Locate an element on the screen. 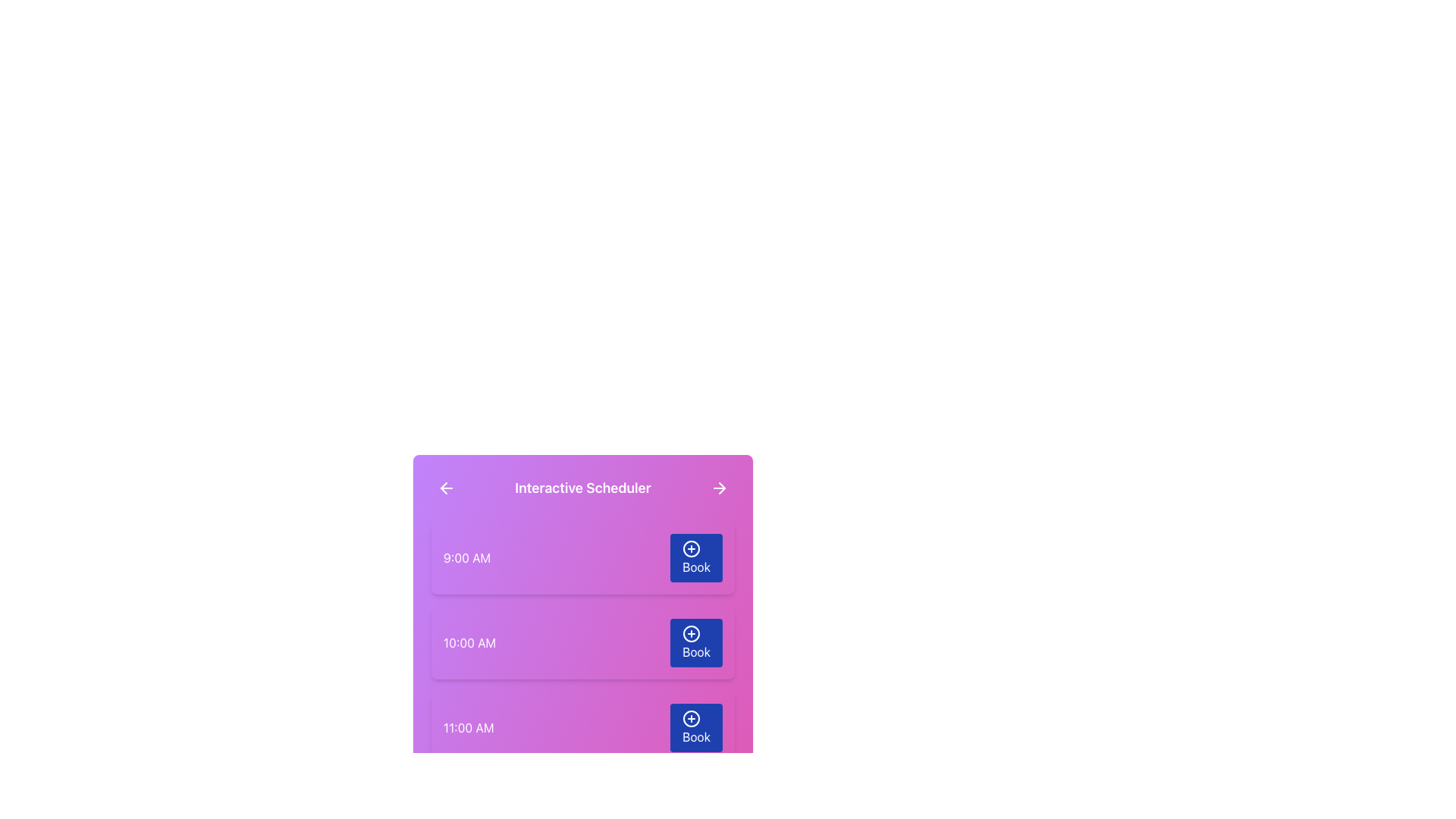 Image resolution: width=1456 pixels, height=819 pixels. the prominent blue button labeled 'Book' with a plus icon to observe its hover effect is located at coordinates (695, 558).